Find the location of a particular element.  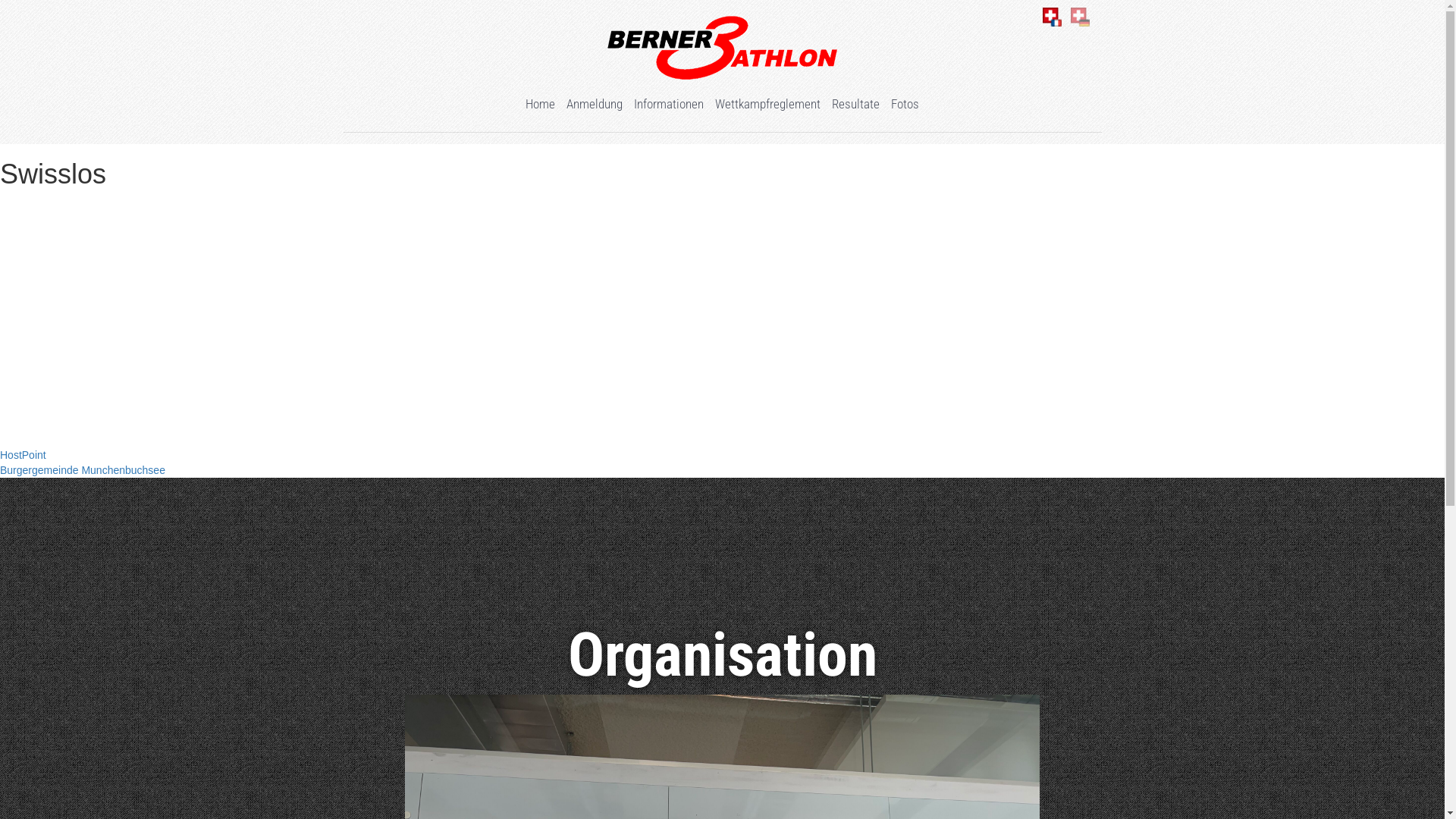

'Deutsch' is located at coordinates (1069, 17).